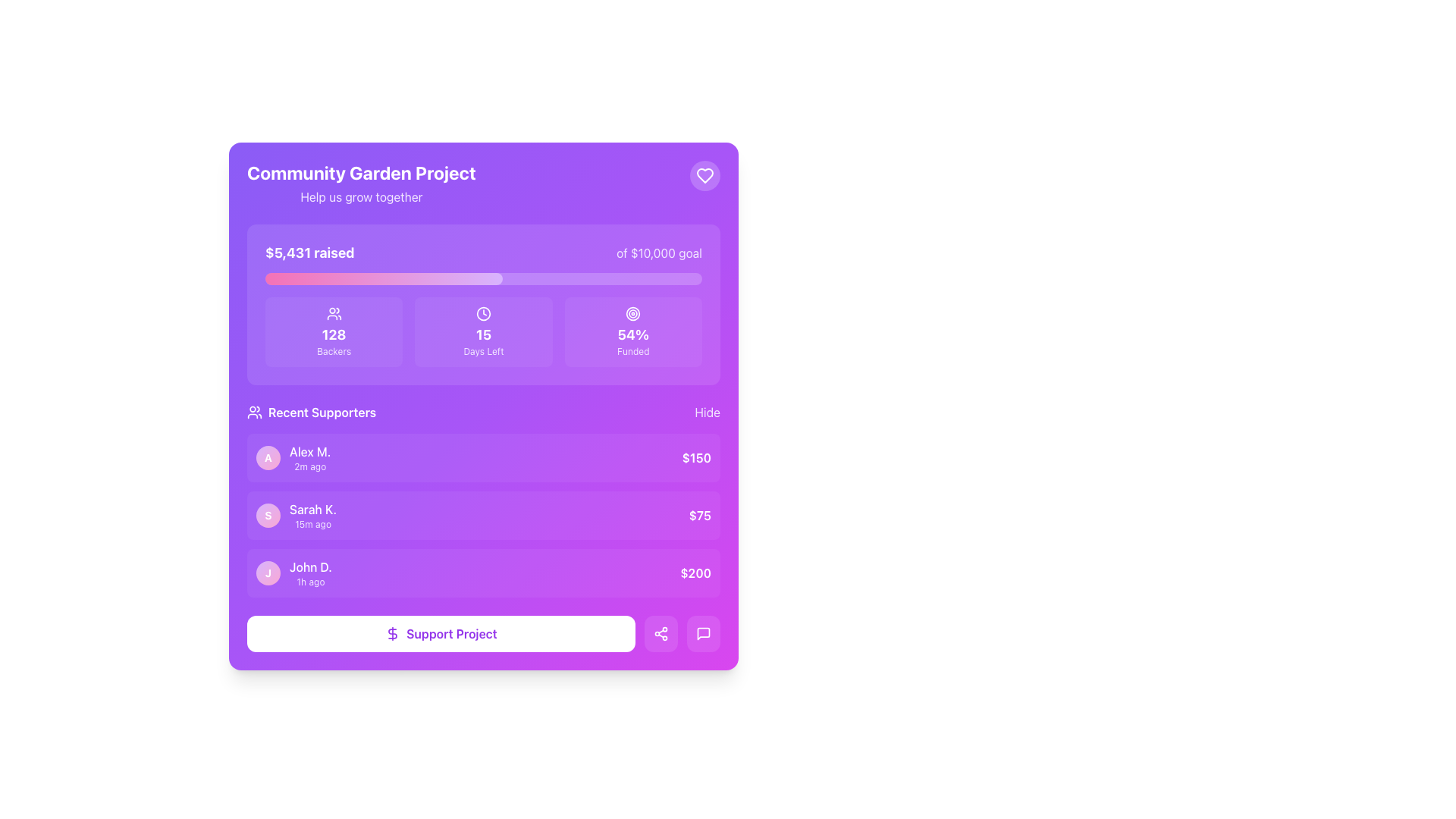  I want to click on the call-to-action button for supporting or funding the project, which is the first and largest button in the horizontal row at the bottom of the purple-themed card interface, so click(483, 634).